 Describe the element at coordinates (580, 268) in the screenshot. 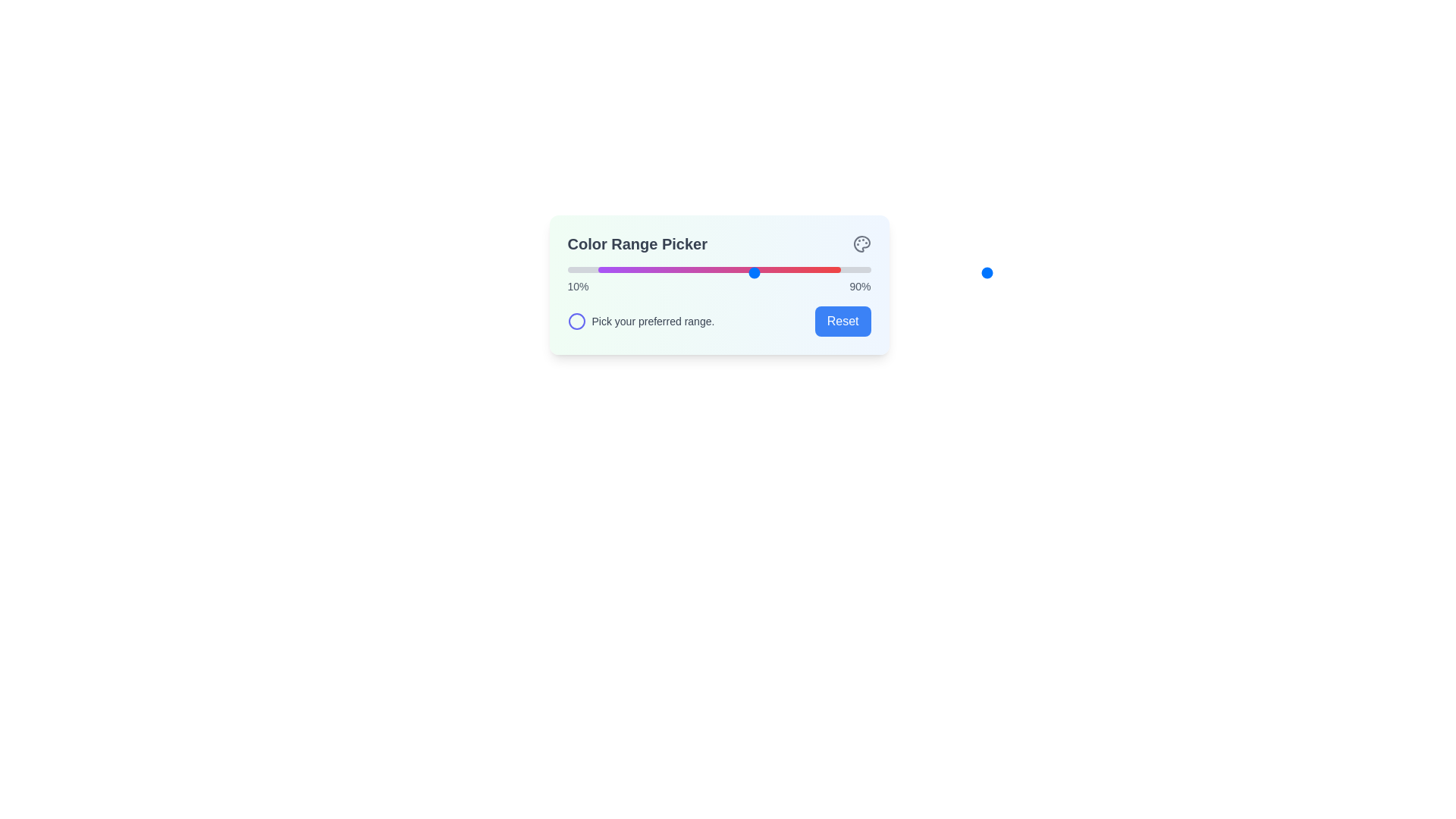

I see `the slider value` at that location.